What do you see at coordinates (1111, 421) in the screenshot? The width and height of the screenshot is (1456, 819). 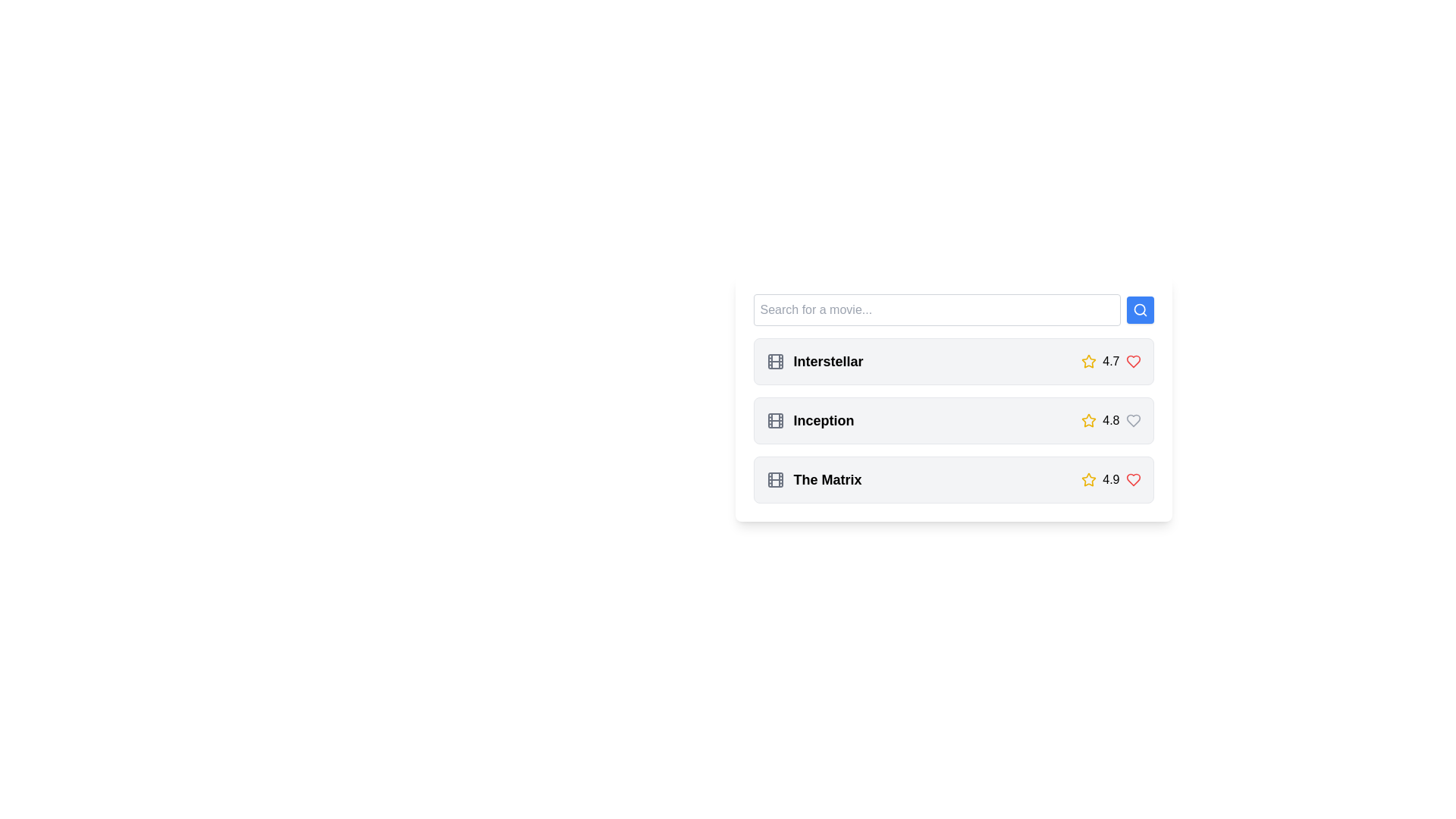 I see `the Rating Display Component showing '4.8' located in the second card for the movie 'Inception', which features a yellow star icon on the left and a gray heart icon on the right` at bounding box center [1111, 421].